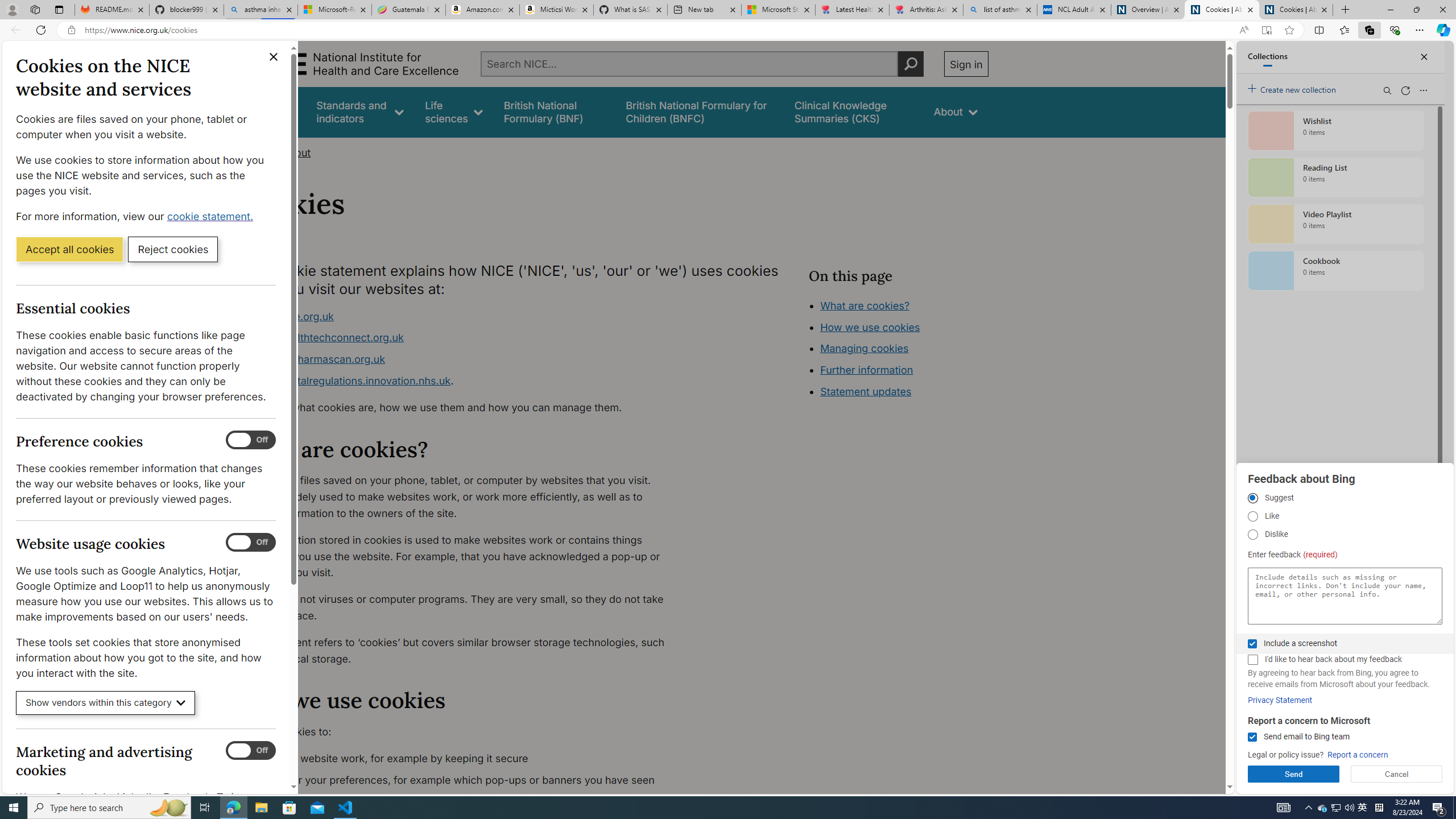 This screenshot has height=819, width=1456. Describe the element at coordinates (1358, 754) in the screenshot. I see `'Report a concern'` at that location.